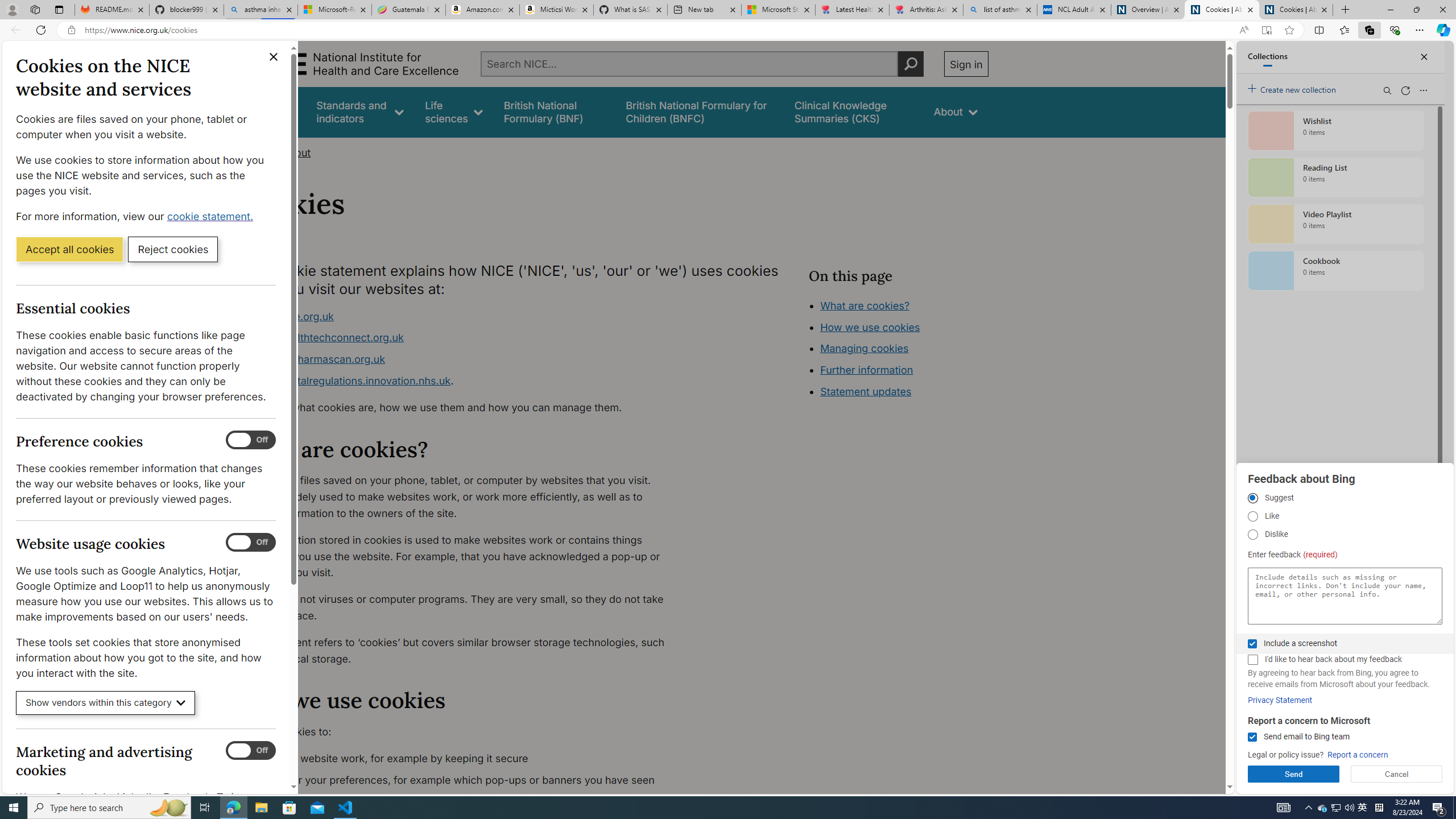 This screenshot has height=819, width=1456. Describe the element at coordinates (1358, 754) in the screenshot. I see `'Report a concern'` at that location.